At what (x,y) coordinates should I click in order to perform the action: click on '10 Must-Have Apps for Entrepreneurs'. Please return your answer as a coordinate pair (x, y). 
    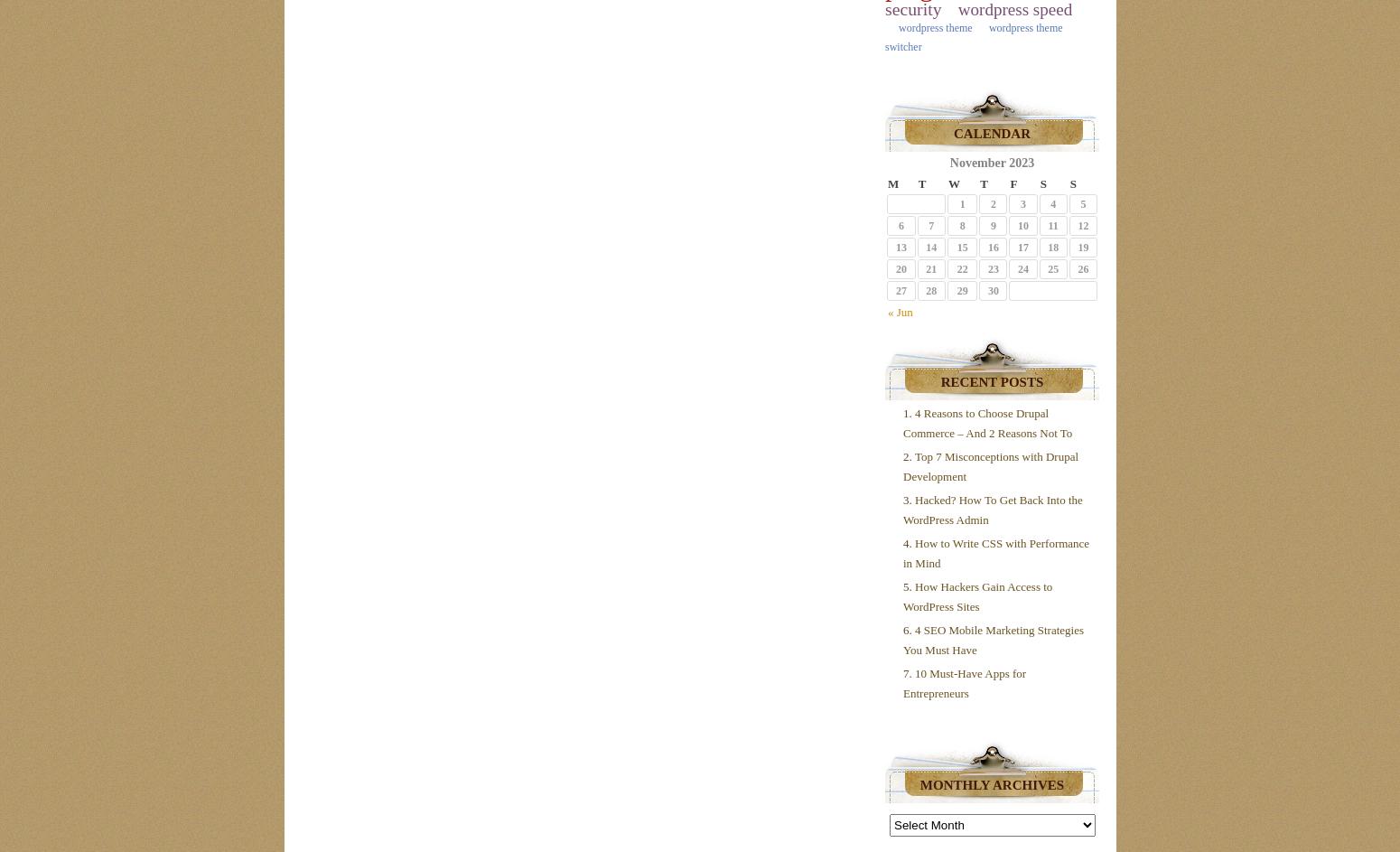
    Looking at the image, I should click on (964, 683).